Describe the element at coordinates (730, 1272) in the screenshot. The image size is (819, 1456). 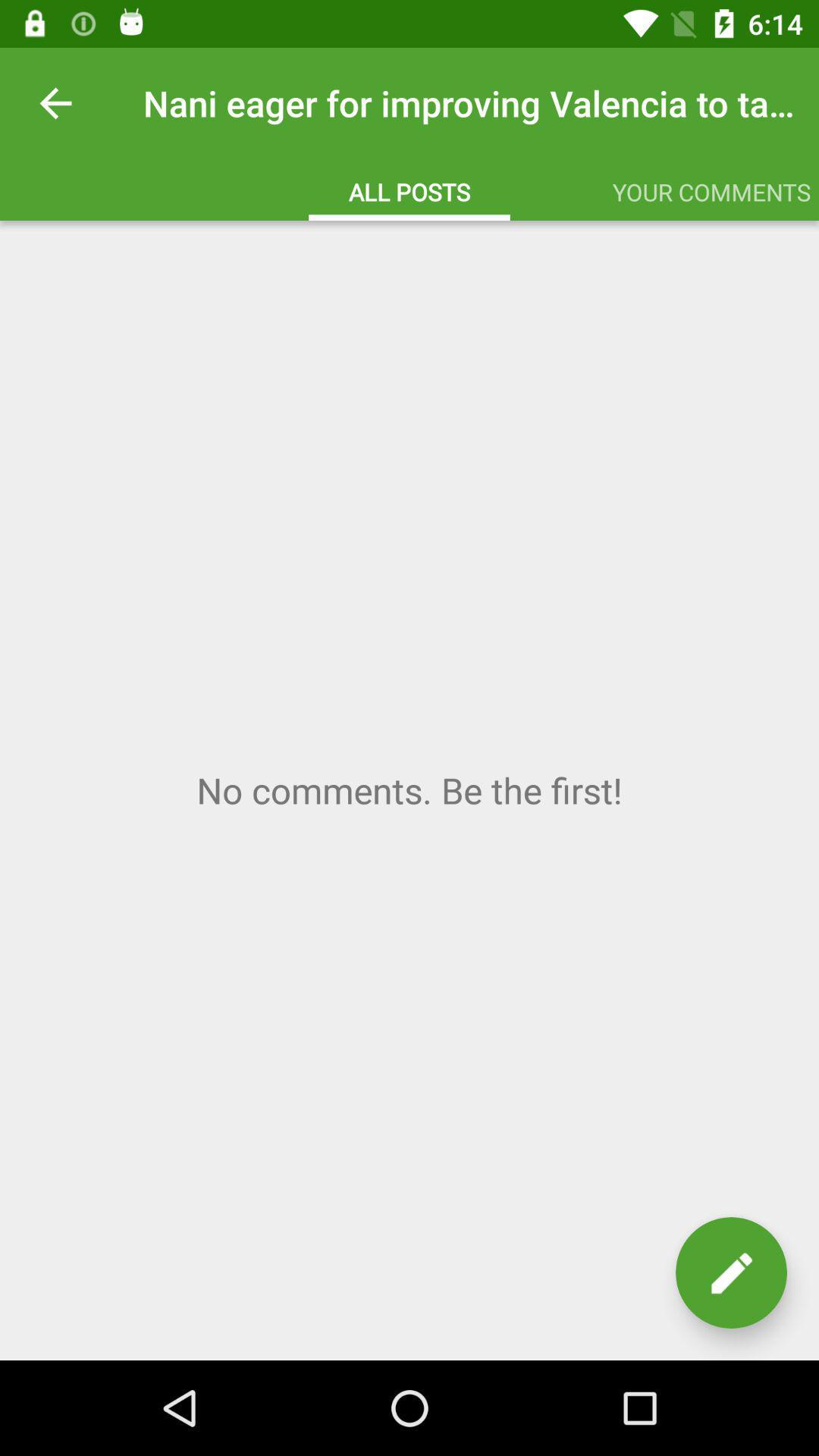
I see `the edit icon` at that location.